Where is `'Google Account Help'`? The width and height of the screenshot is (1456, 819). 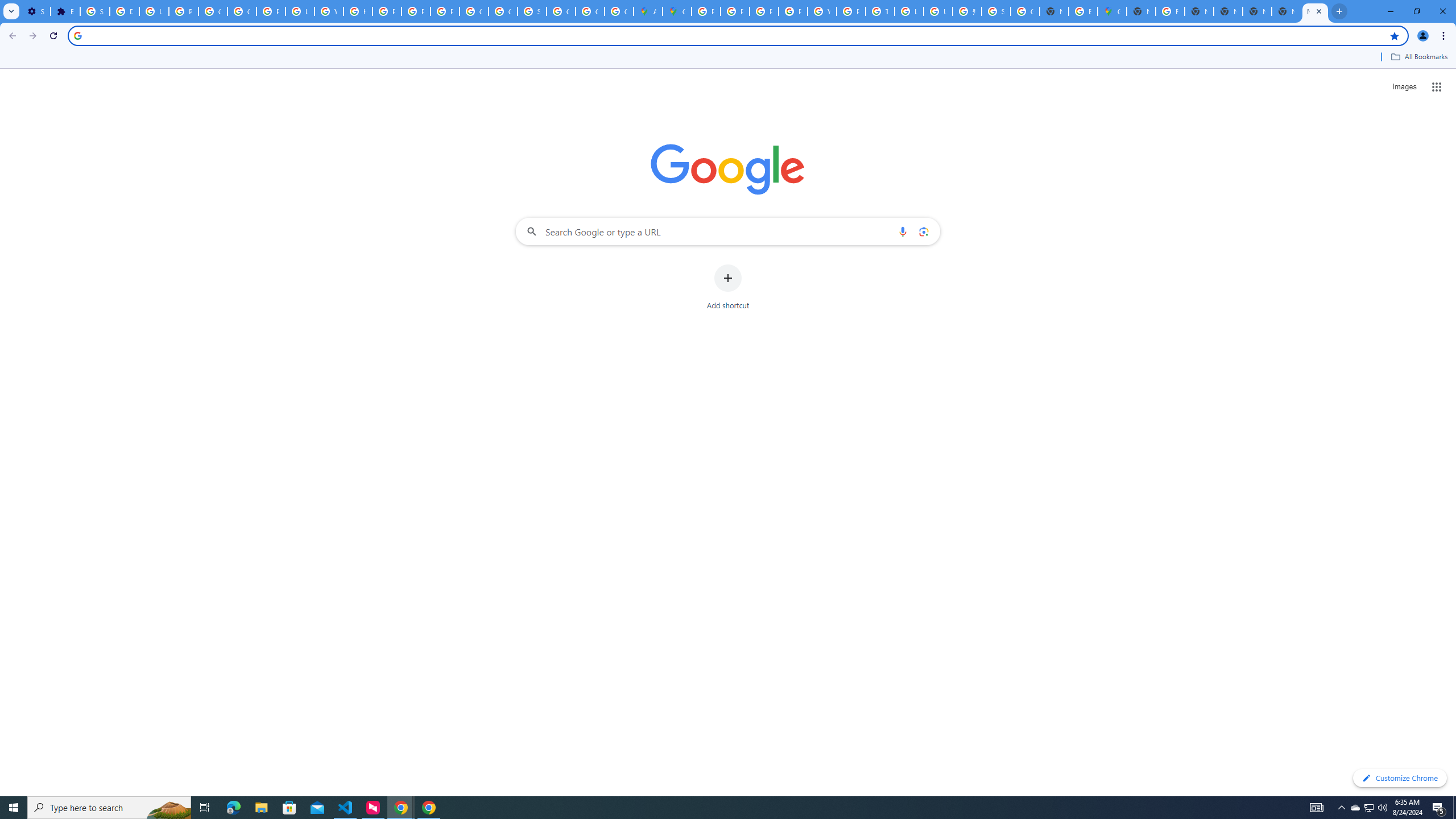 'Google Account Help' is located at coordinates (242, 11).